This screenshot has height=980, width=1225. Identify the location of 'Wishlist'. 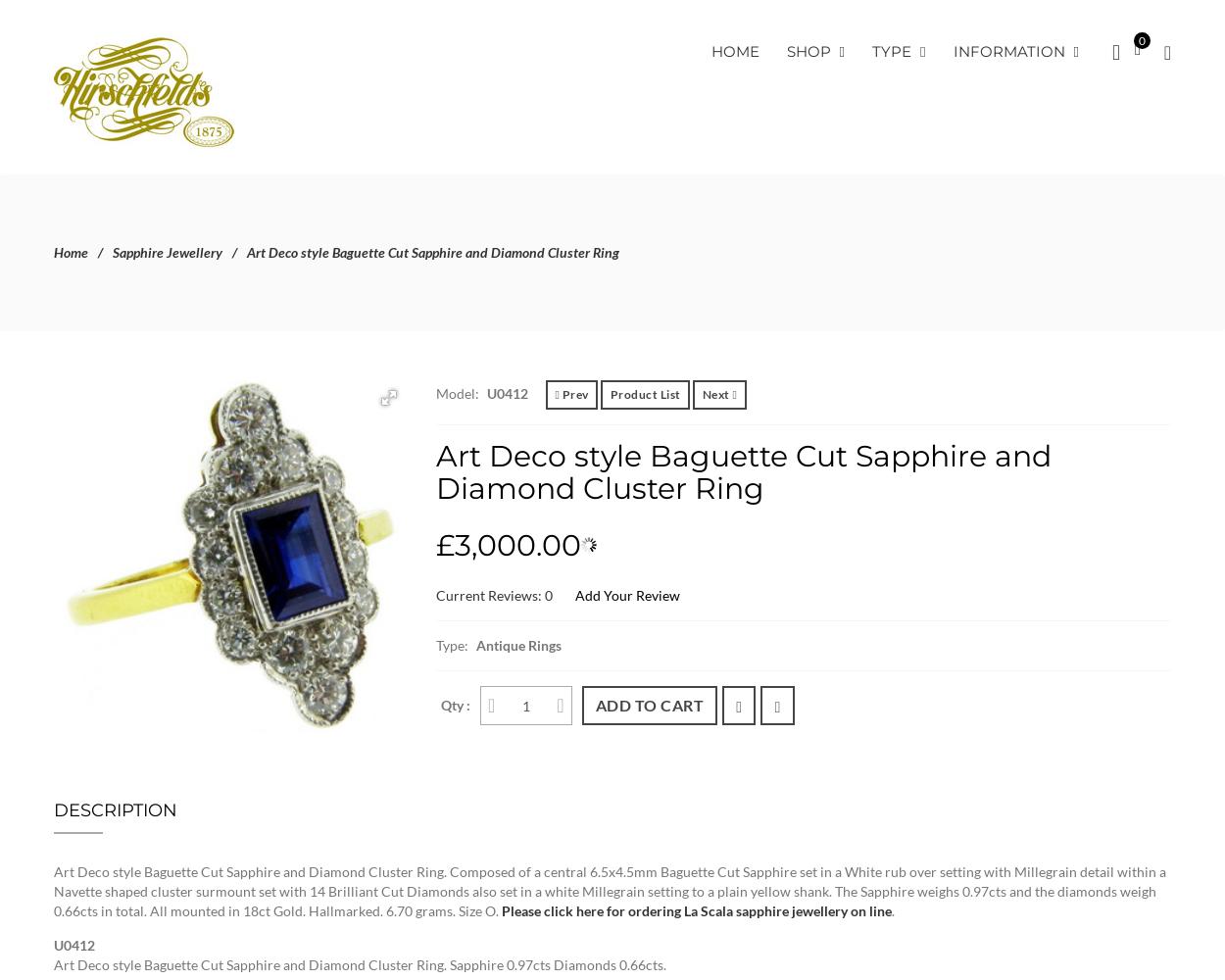
(1051, 141).